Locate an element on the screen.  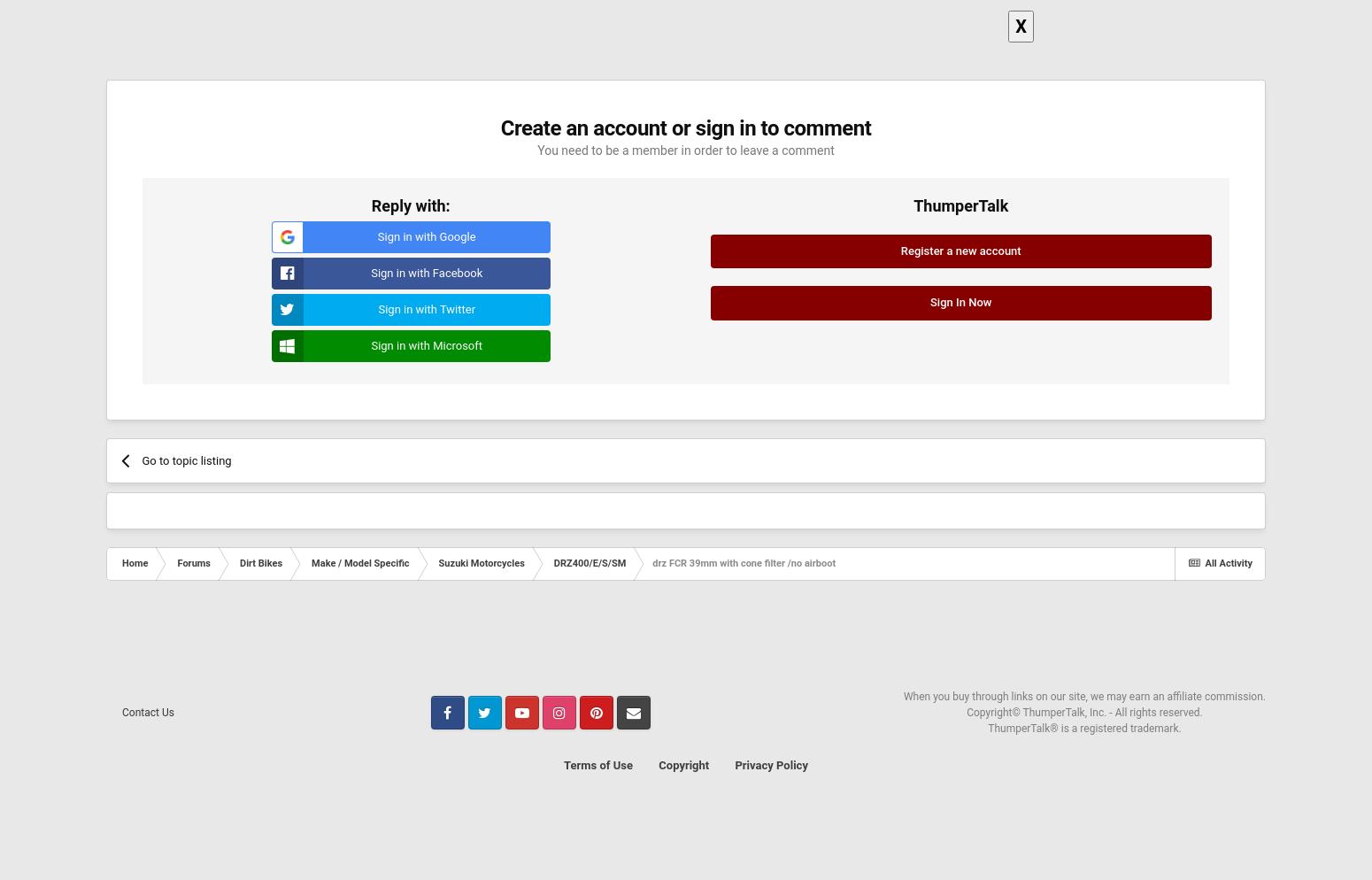
'Create an account or sign in to comment' is located at coordinates (685, 127).